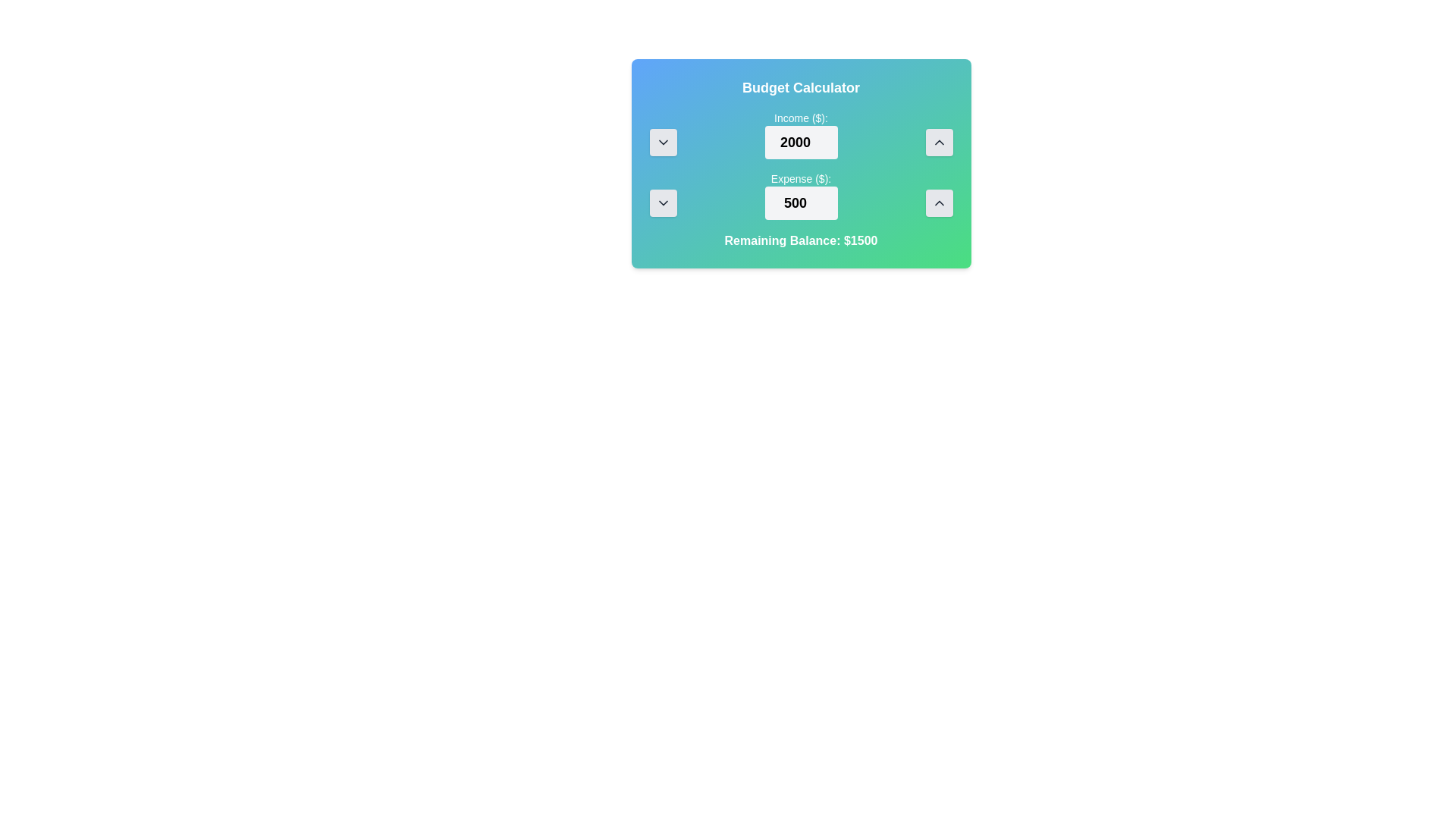 The height and width of the screenshot is (819, 1456). What do you see at coordinates (938, 143) in the screenshot?
I see `the upward-pointing arrow button in the top-right region of the 'Budget Calculator' interface to increment the value` at bounding box center [938, 143].